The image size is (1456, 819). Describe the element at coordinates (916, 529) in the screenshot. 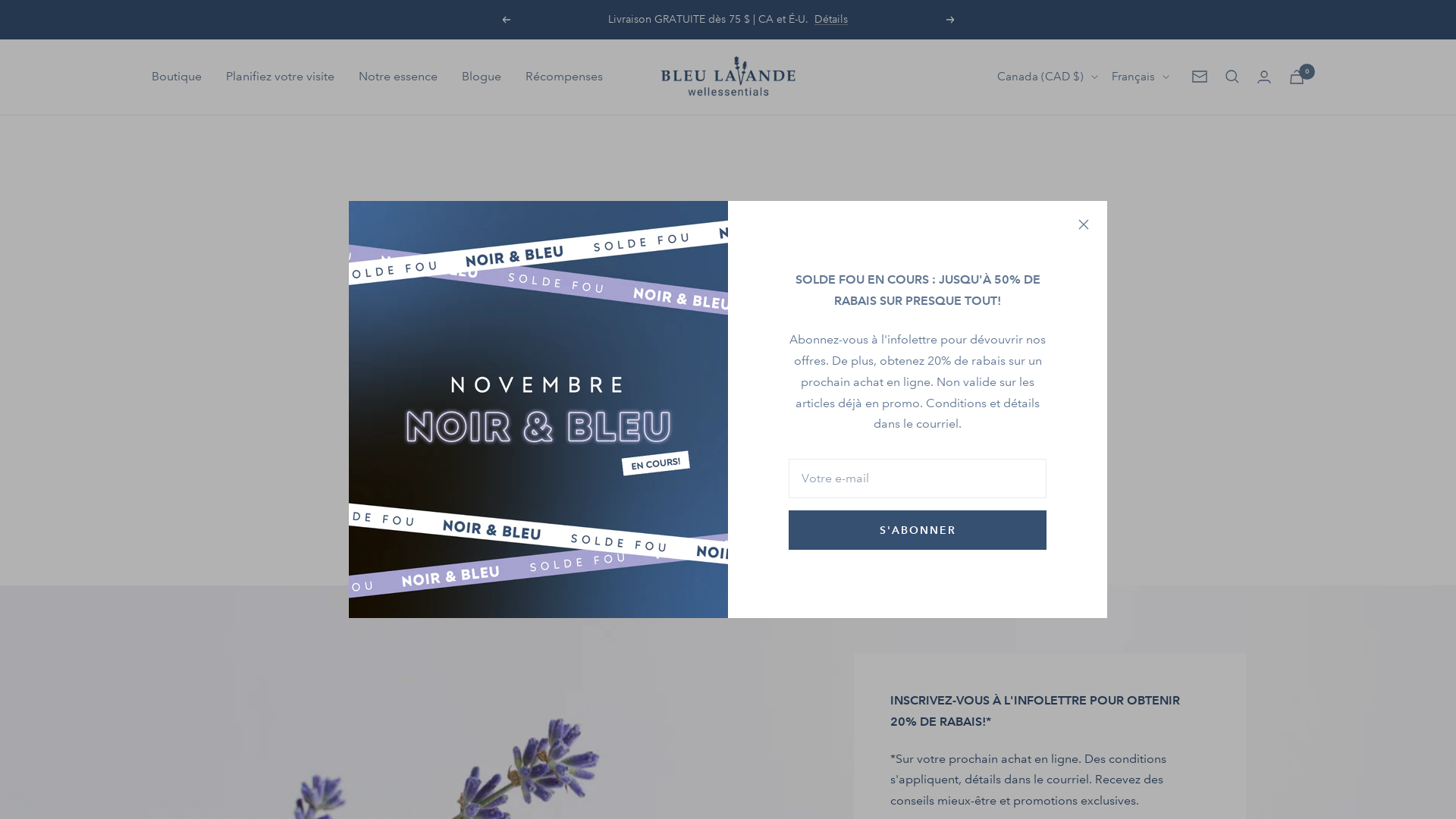

I see `'S'ABONNER'` at that location.